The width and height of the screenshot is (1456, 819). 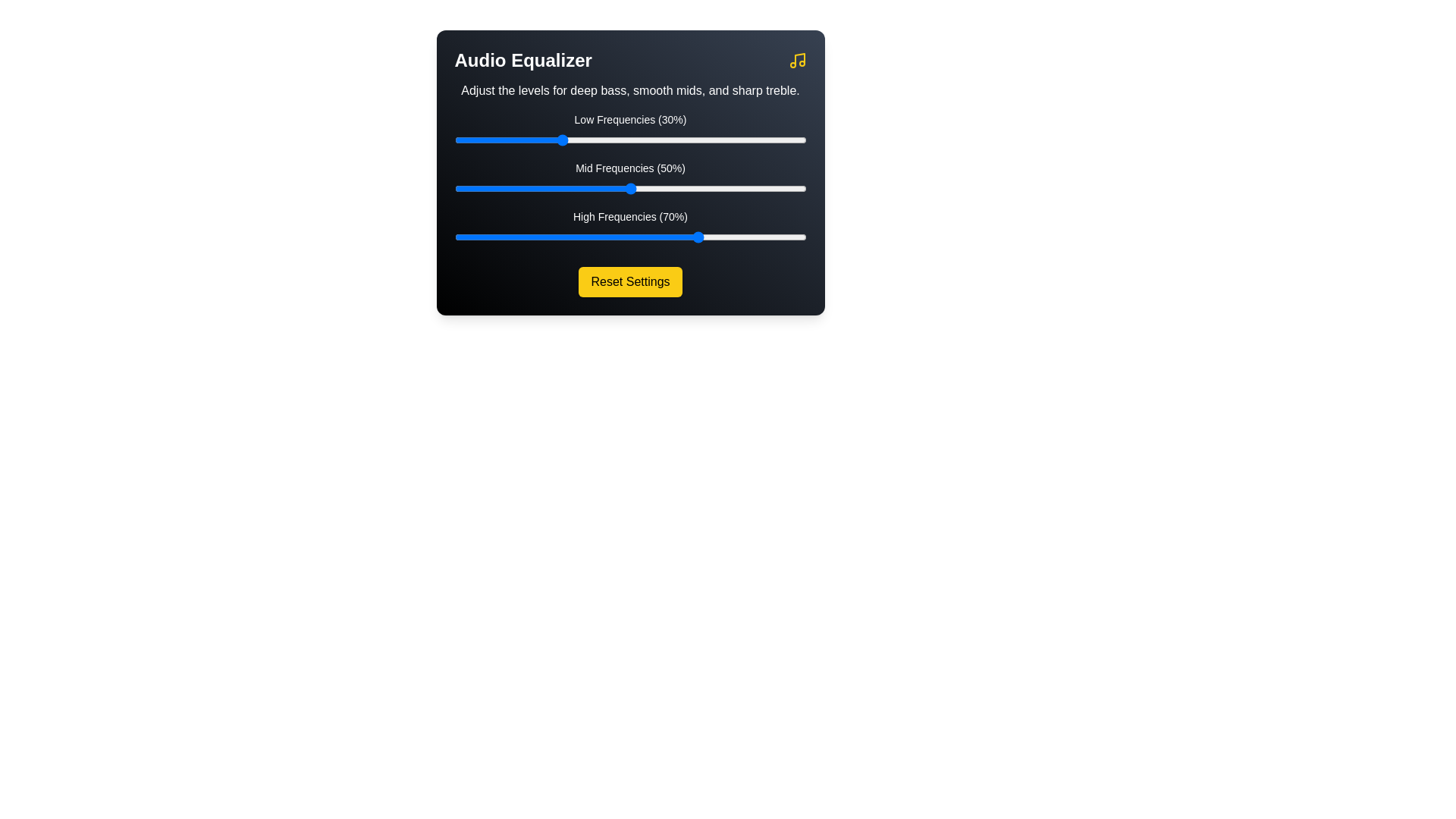 What do you see at coordinates (630, 281) in the screenshot?
I see `the 'Reset Settings' button to reset the frequencies` at bounding box center [630, 281].